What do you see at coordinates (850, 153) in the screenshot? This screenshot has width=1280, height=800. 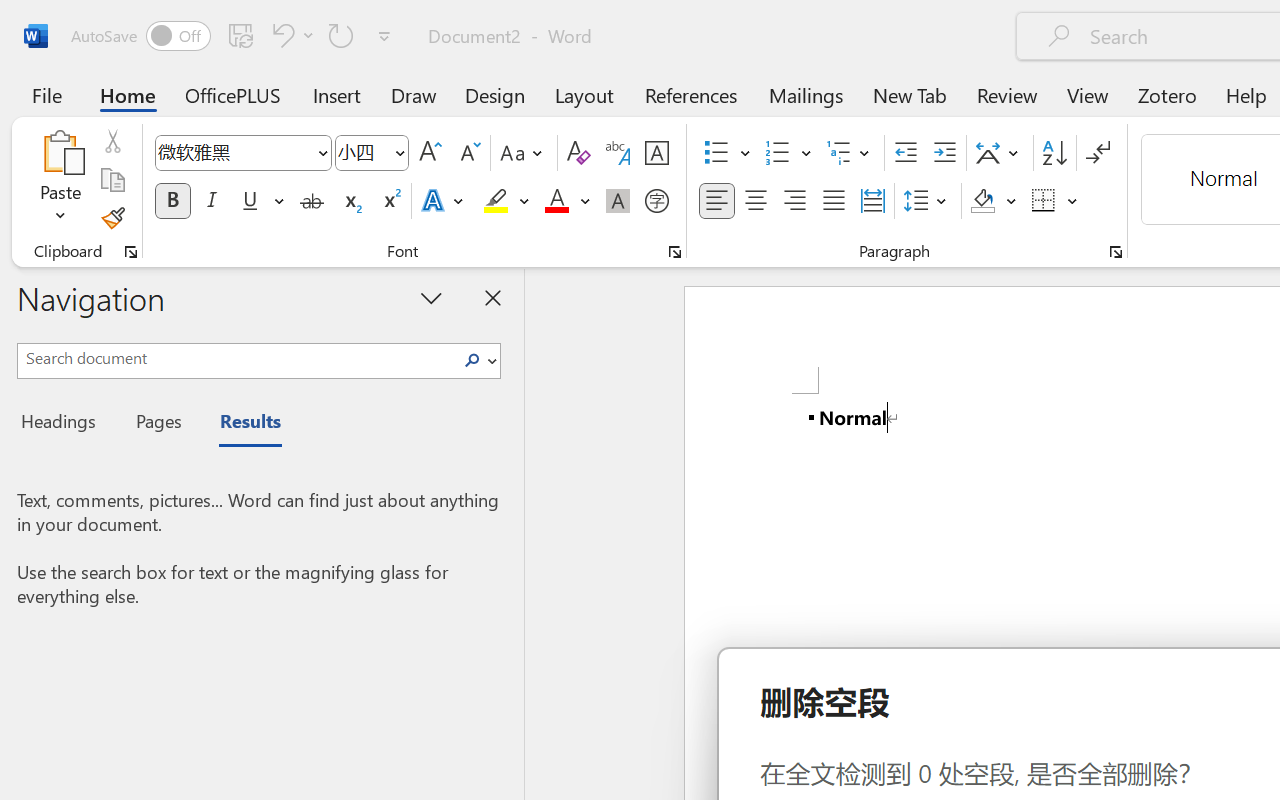 I see `'Multilevel List'` at bounding box center [850, 153].